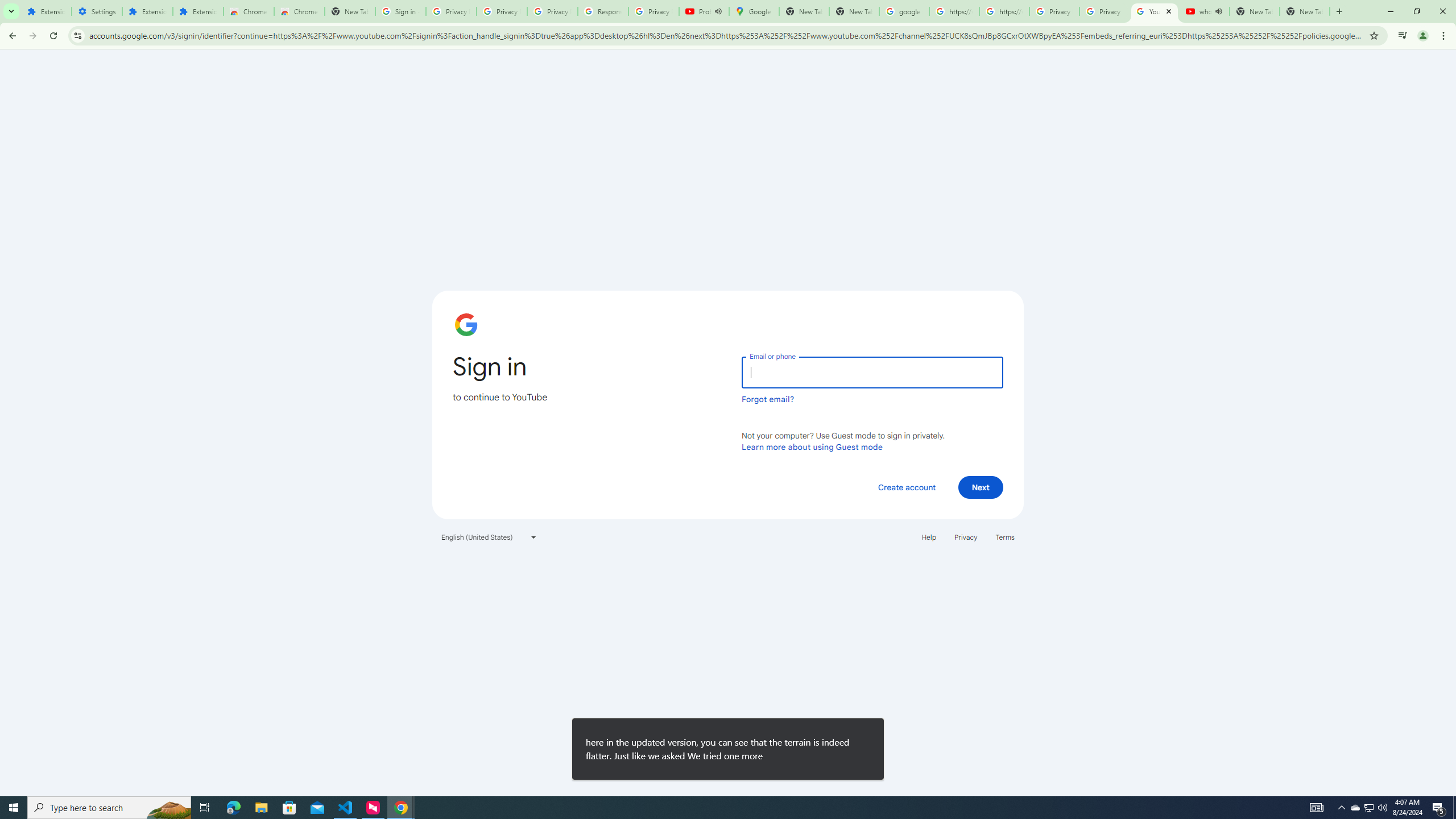  I want to click on 'Settings', so click(97, 11).